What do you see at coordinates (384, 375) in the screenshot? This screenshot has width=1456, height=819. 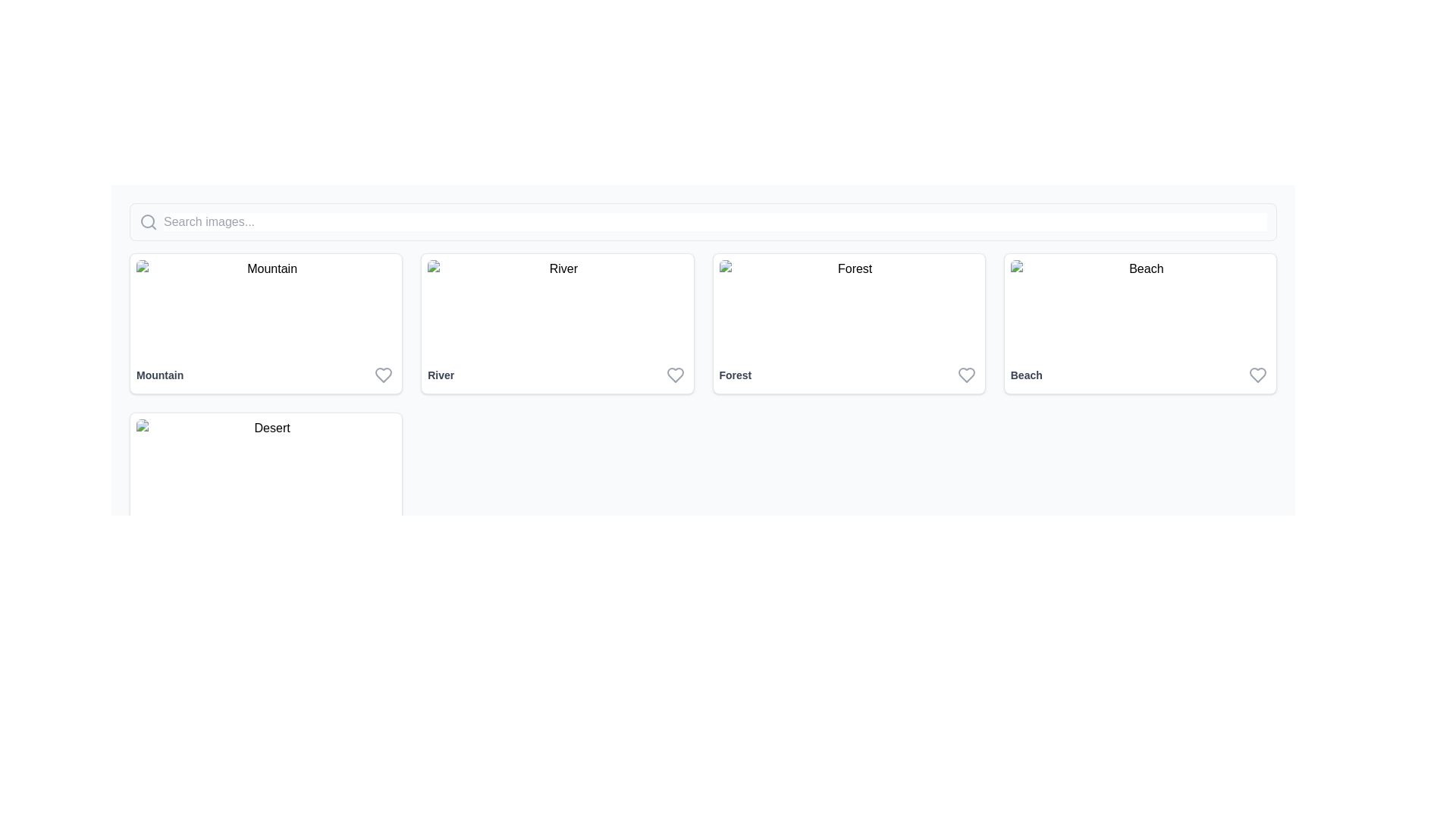 I see `the favorite button located at the bottom-right of the 'Mountain' card` at bounding box center [384, 375].